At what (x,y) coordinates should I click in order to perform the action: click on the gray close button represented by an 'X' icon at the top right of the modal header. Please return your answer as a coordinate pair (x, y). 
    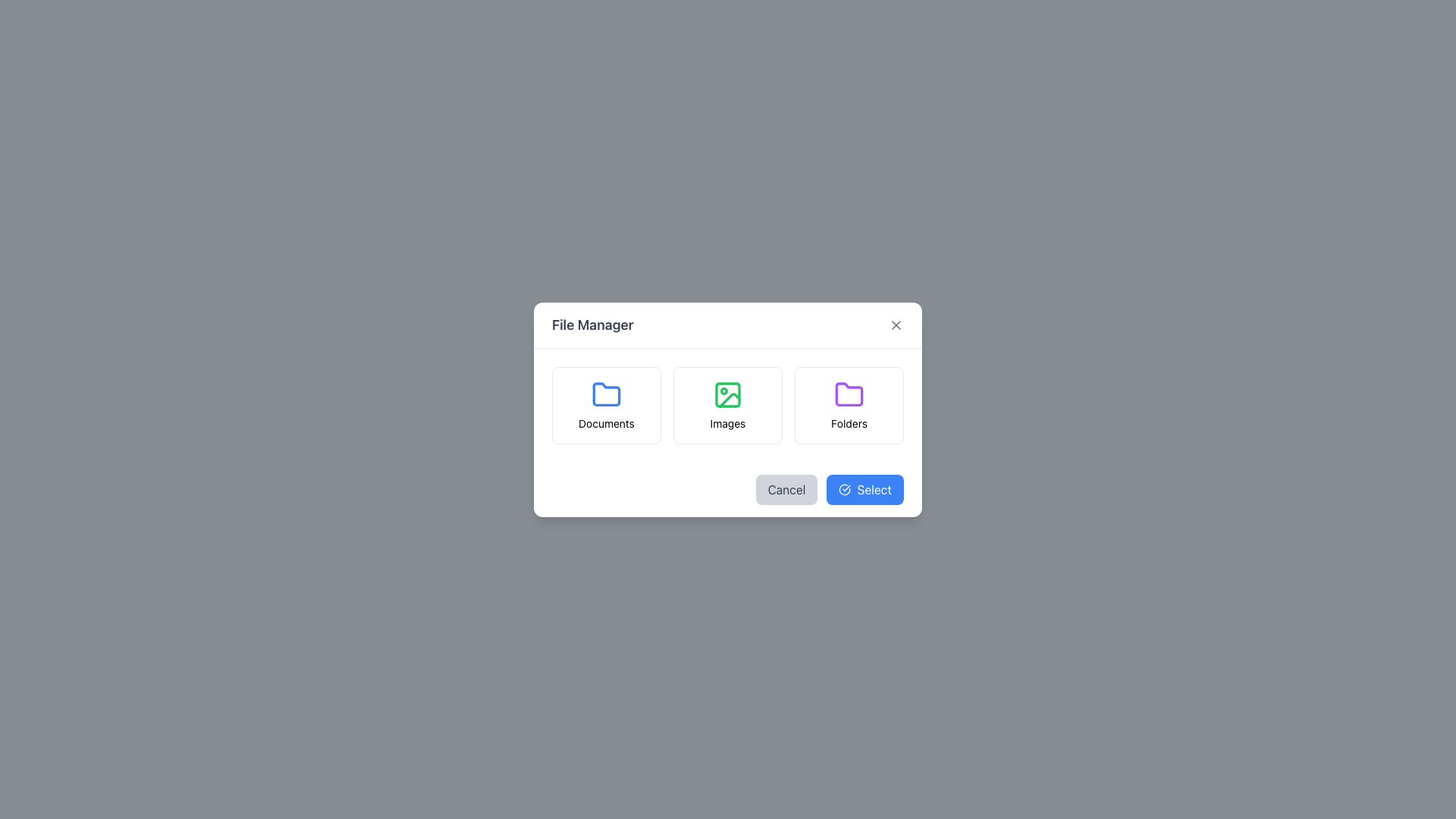
    Looking at the image, I should click on (896, 324).